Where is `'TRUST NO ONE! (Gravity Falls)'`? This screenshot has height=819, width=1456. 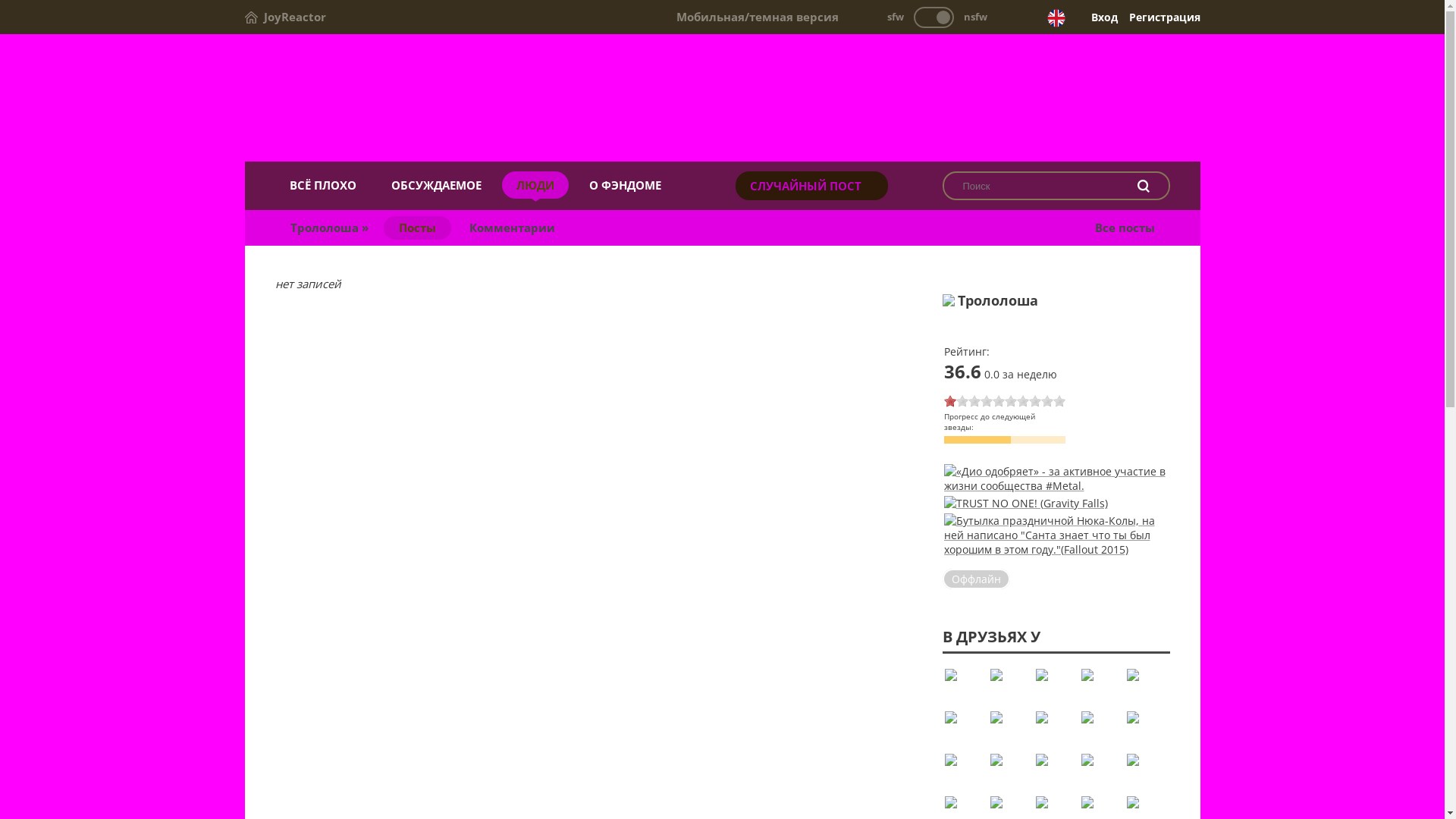
'TRUST NO ONE! (Gravity Falls)' is located at coordinates (1025, 503).